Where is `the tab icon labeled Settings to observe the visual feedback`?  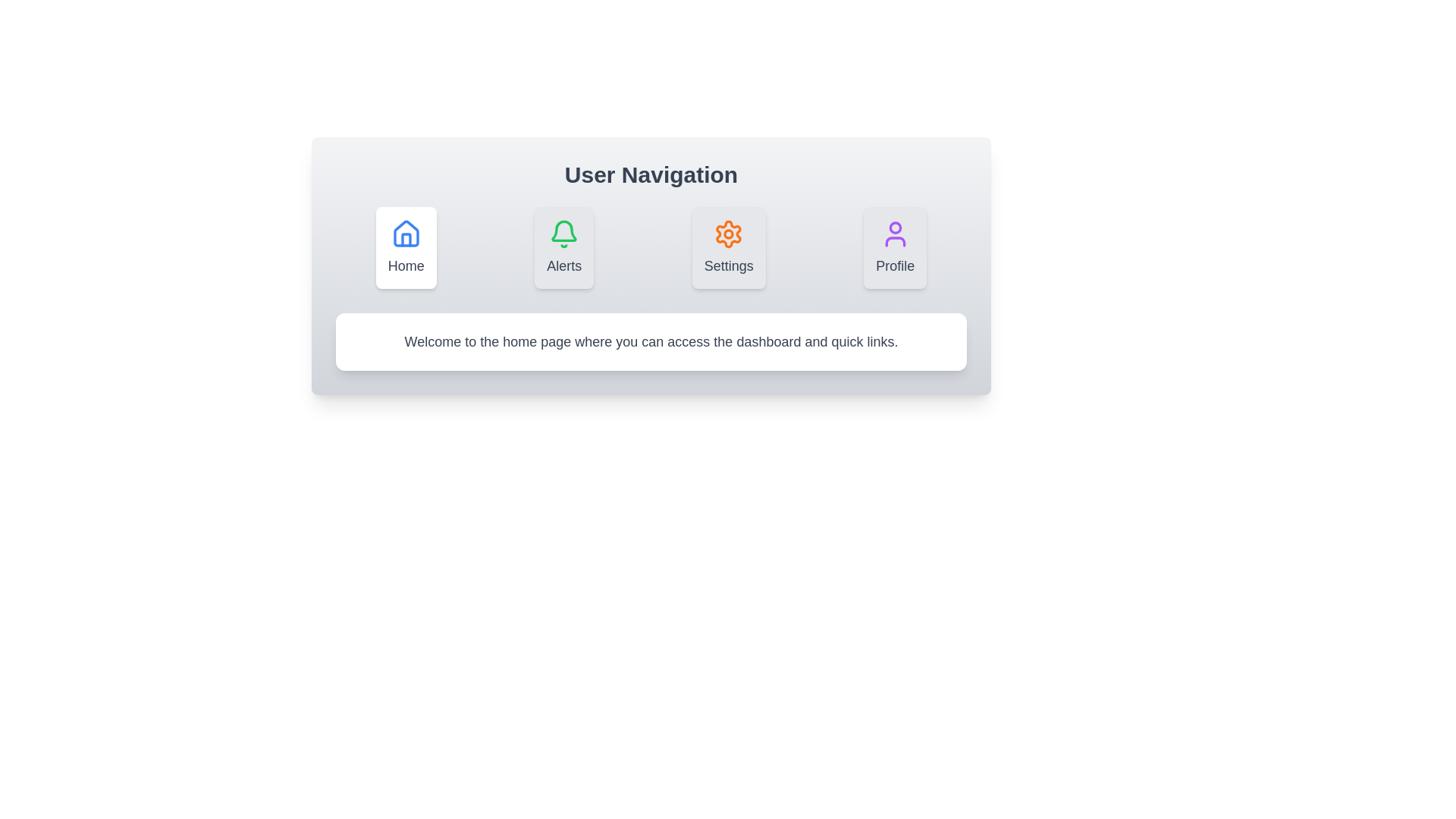
the tab icon labeled Settings to observe the visual feedback is located at coordinates (729, 247).